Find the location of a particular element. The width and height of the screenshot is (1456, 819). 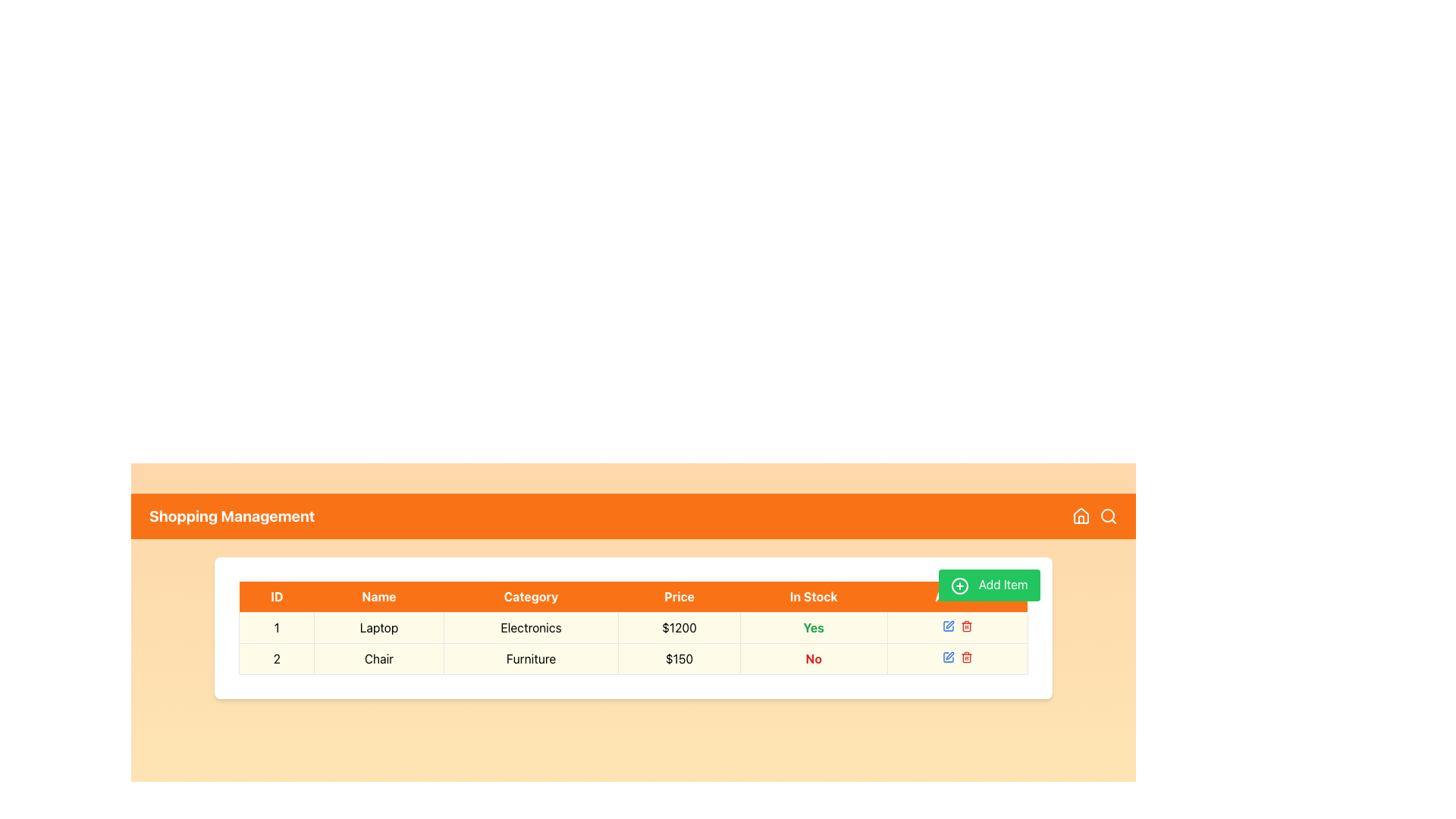

text 'Furniture' displayed in the third column of the second row in the table, which is located under the 'Category' column and adjacent to the 'Chair' entry is located at coordinates (531, 657).